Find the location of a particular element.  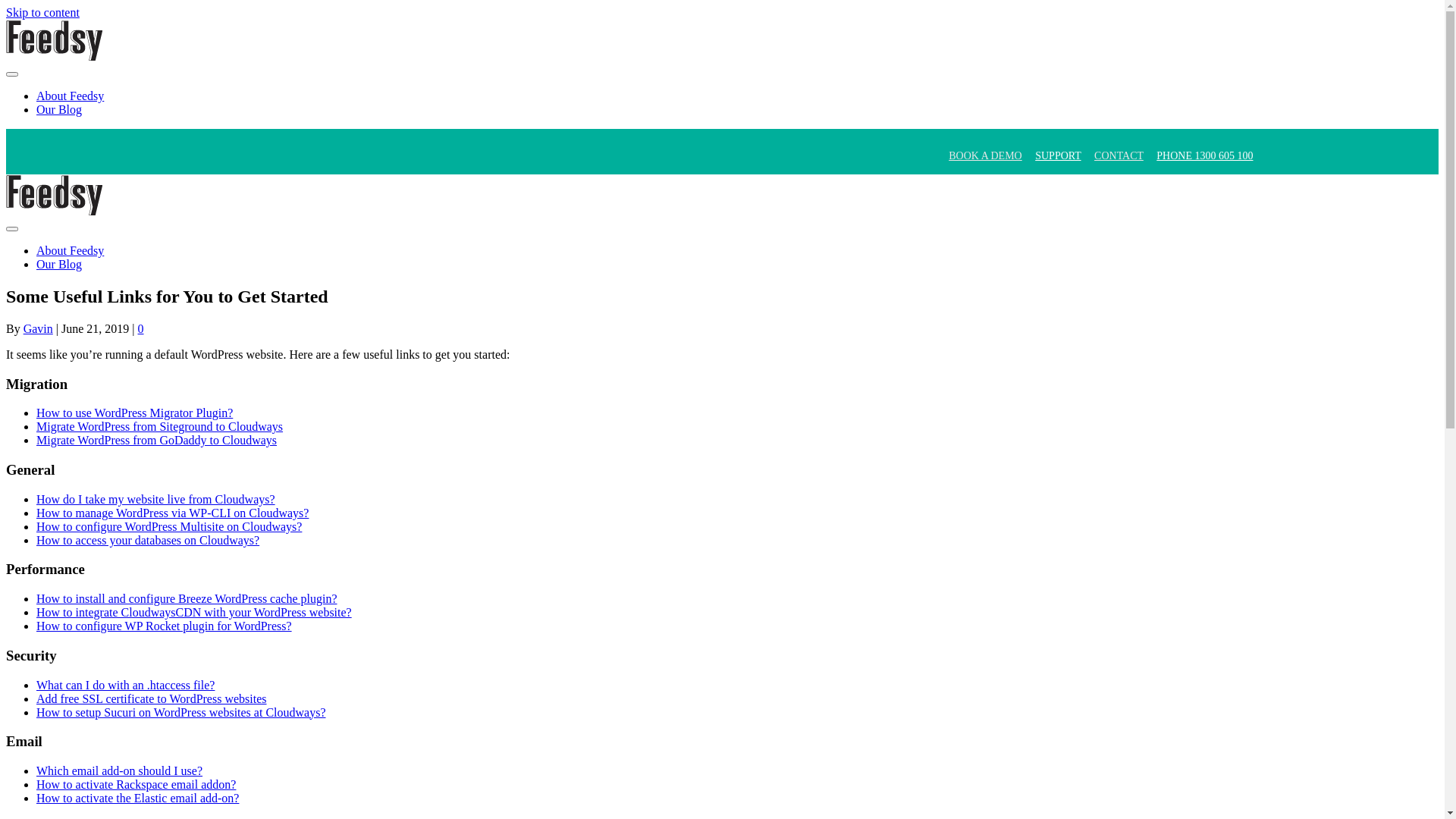

'Migrate WordPress from Siteground to Cloudways' is located at coordinates (159, 426).